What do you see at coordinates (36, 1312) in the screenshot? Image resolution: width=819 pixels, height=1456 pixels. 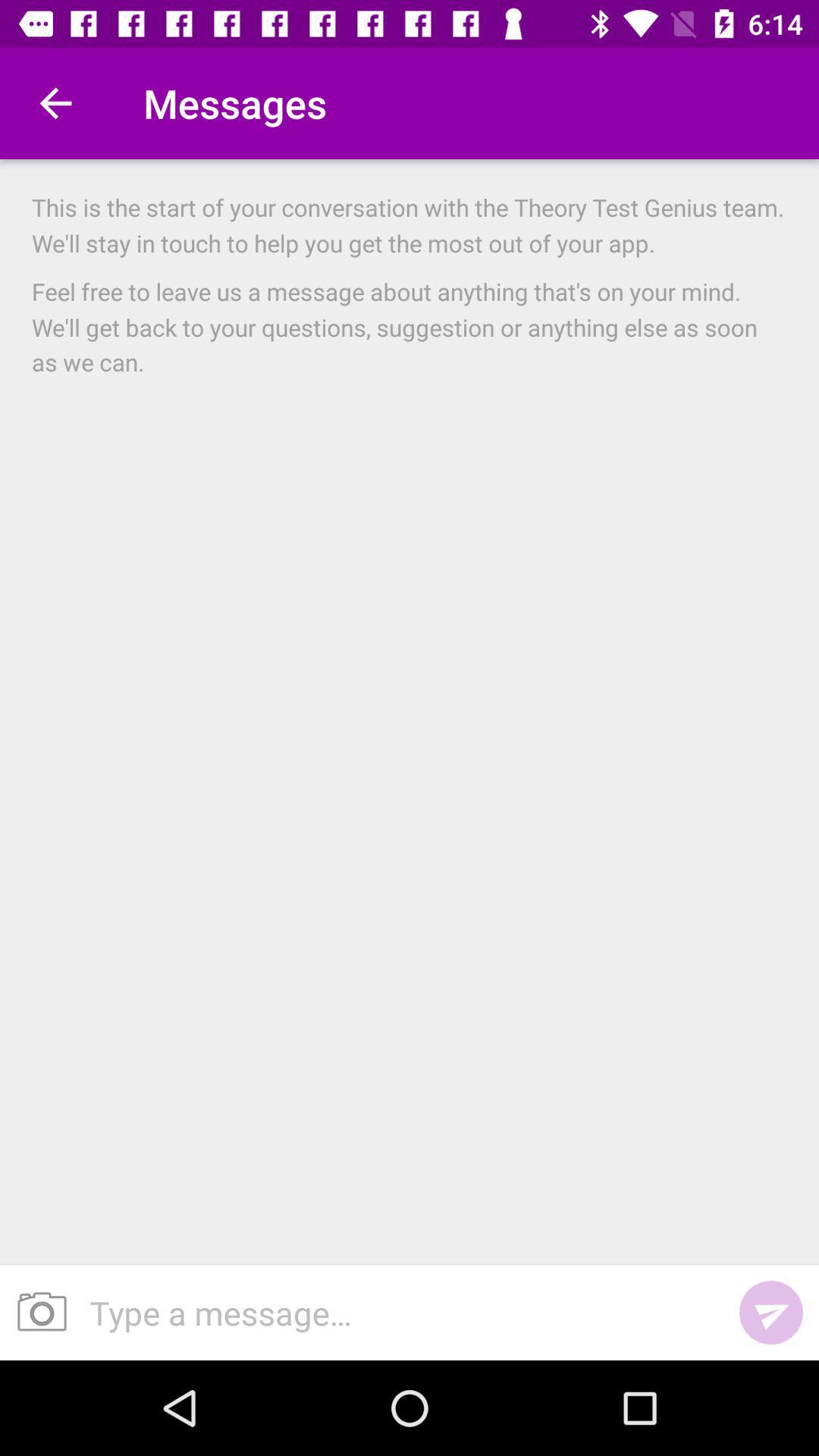 I see `the photo icon` at bounding box center [36, 1312].